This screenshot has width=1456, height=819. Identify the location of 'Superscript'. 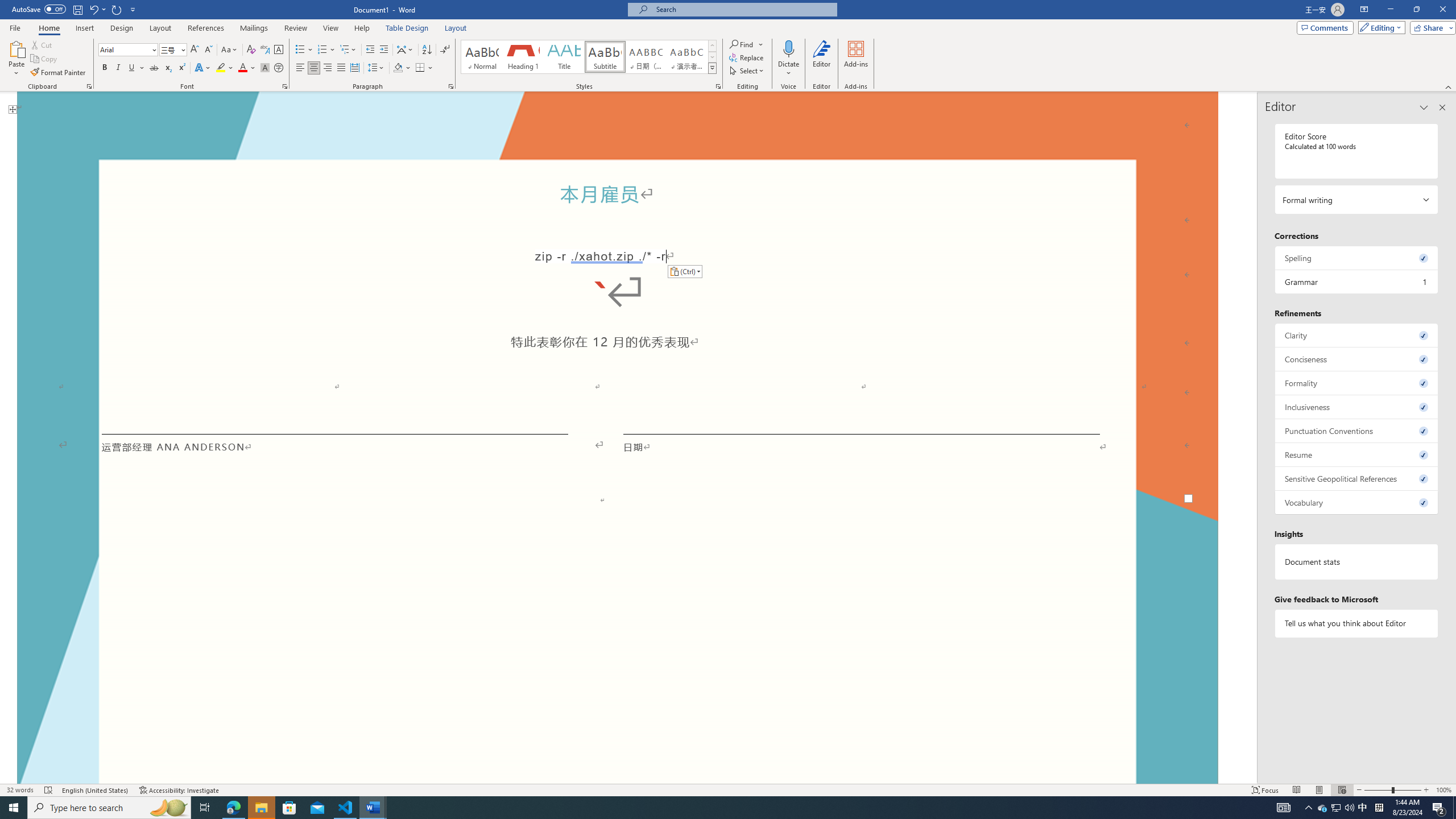
(180, 67).